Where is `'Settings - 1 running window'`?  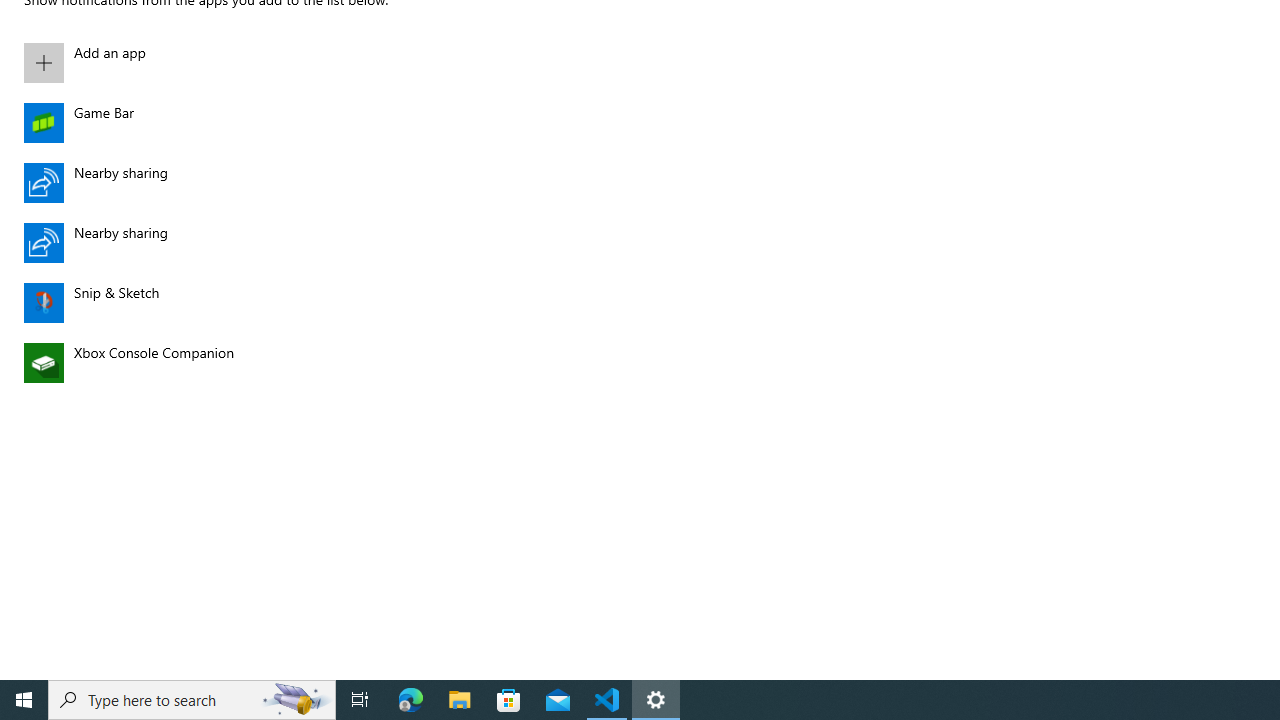
'Settings - 1 running window' is located at coordinates (656, 698).